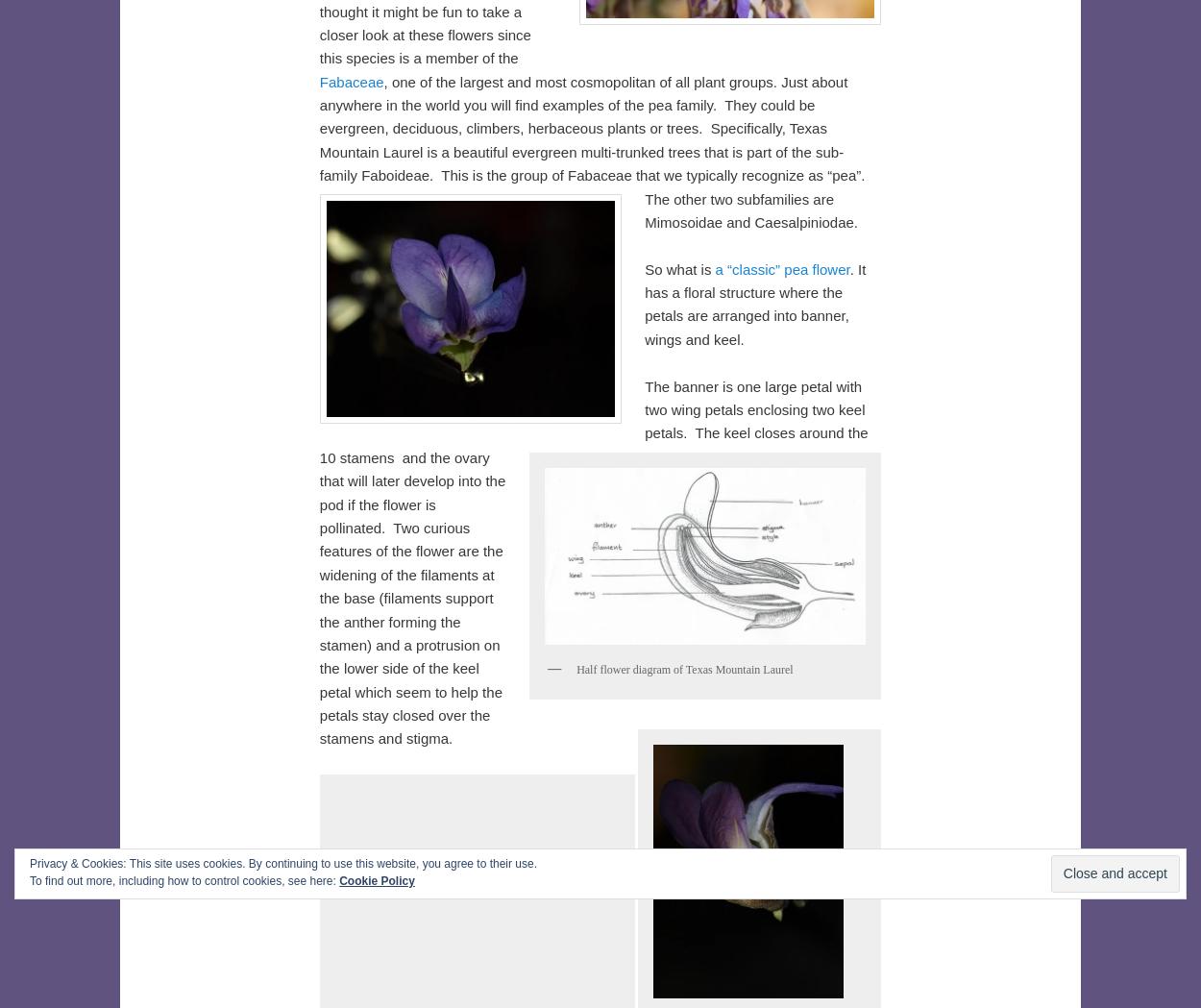  Describe the element at coordinates (781, 267) in the screenshot. I see `'a “classic” pea flower'` at that location.